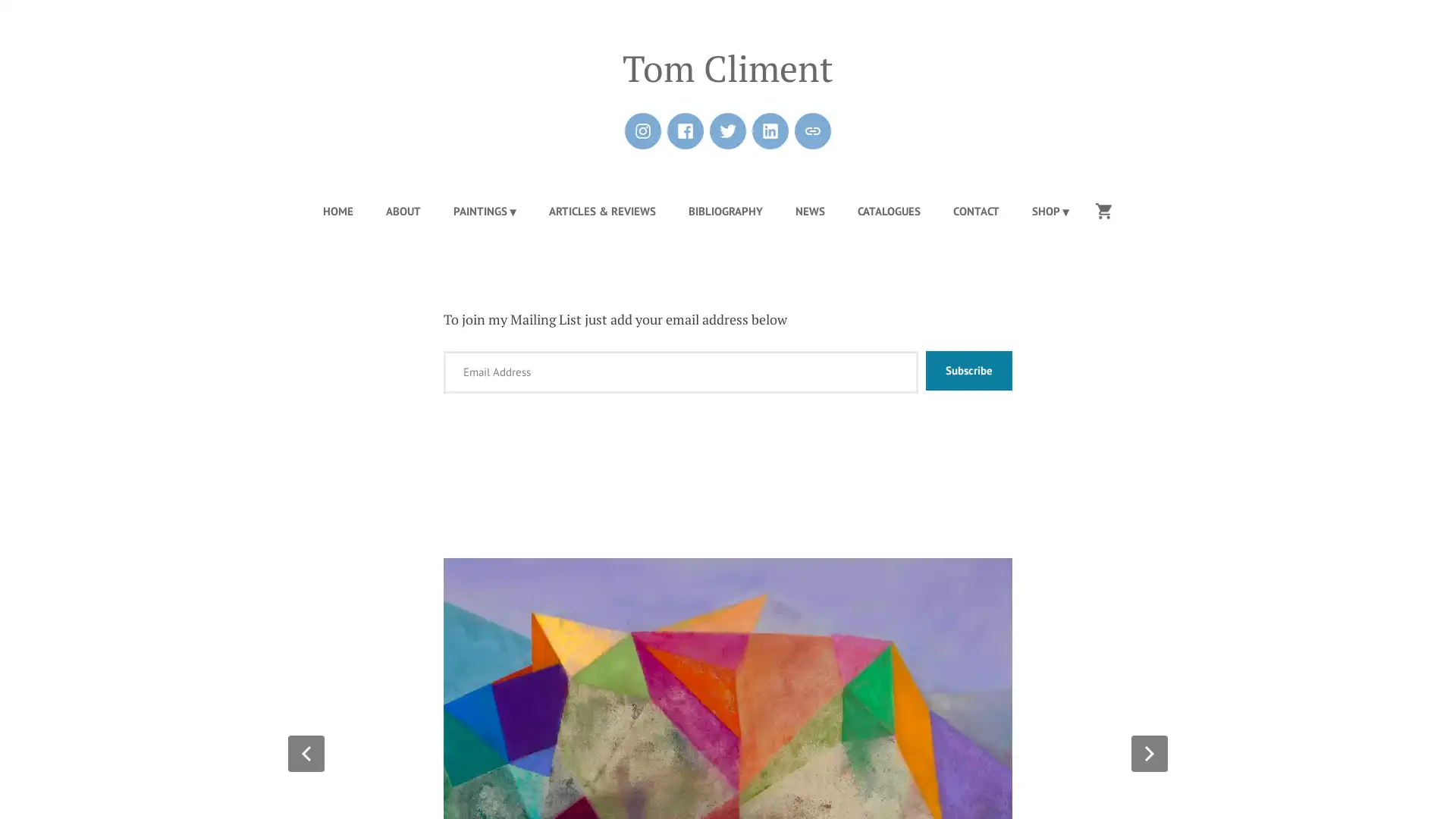 The width and height of the screenshot is (1456, 819). I want to click on Subscribe, so click(968, 371).